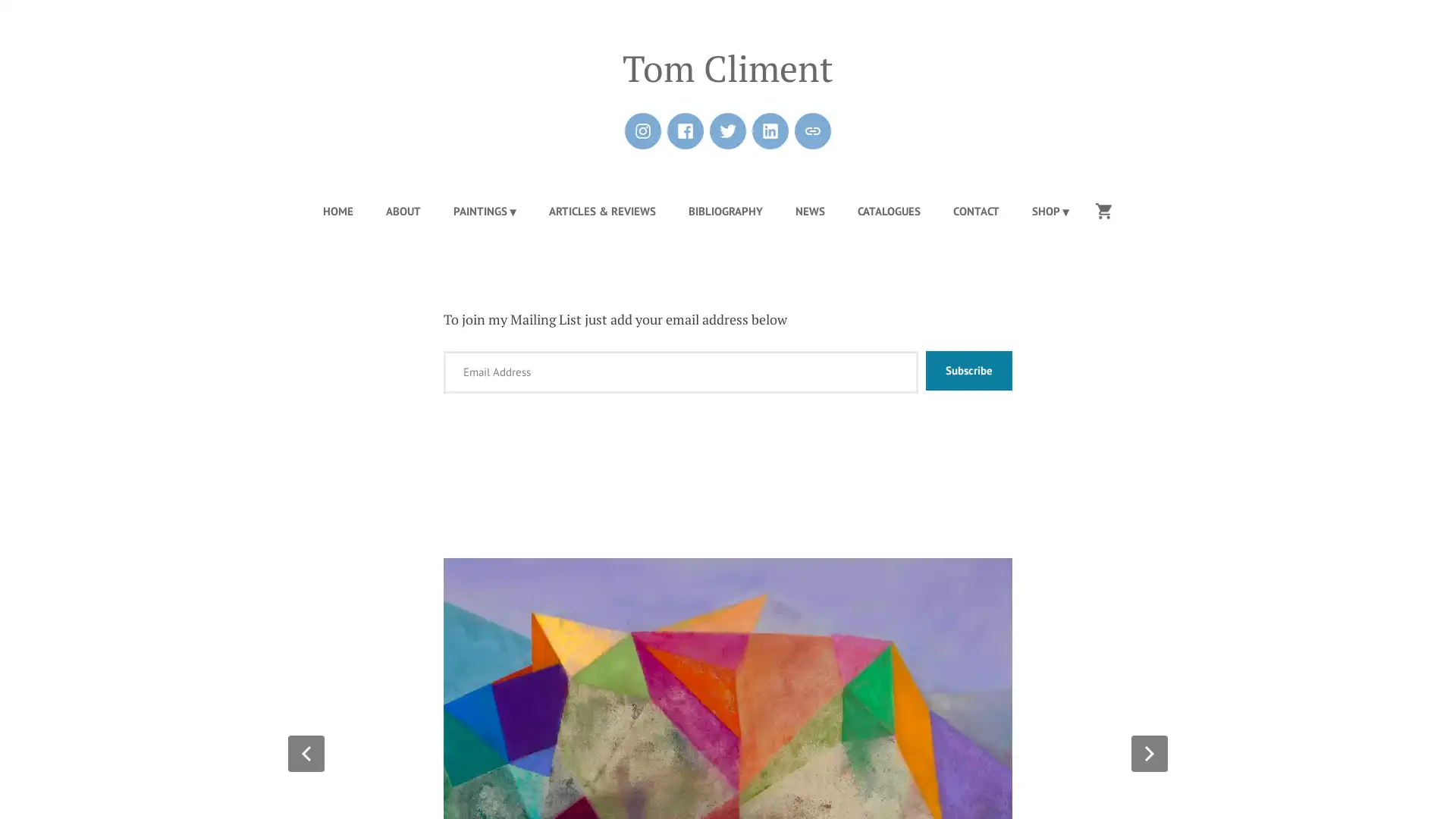 The width and height of the screenshot is (1456, 819). I want to click on Subscribe, so click(968, 371).